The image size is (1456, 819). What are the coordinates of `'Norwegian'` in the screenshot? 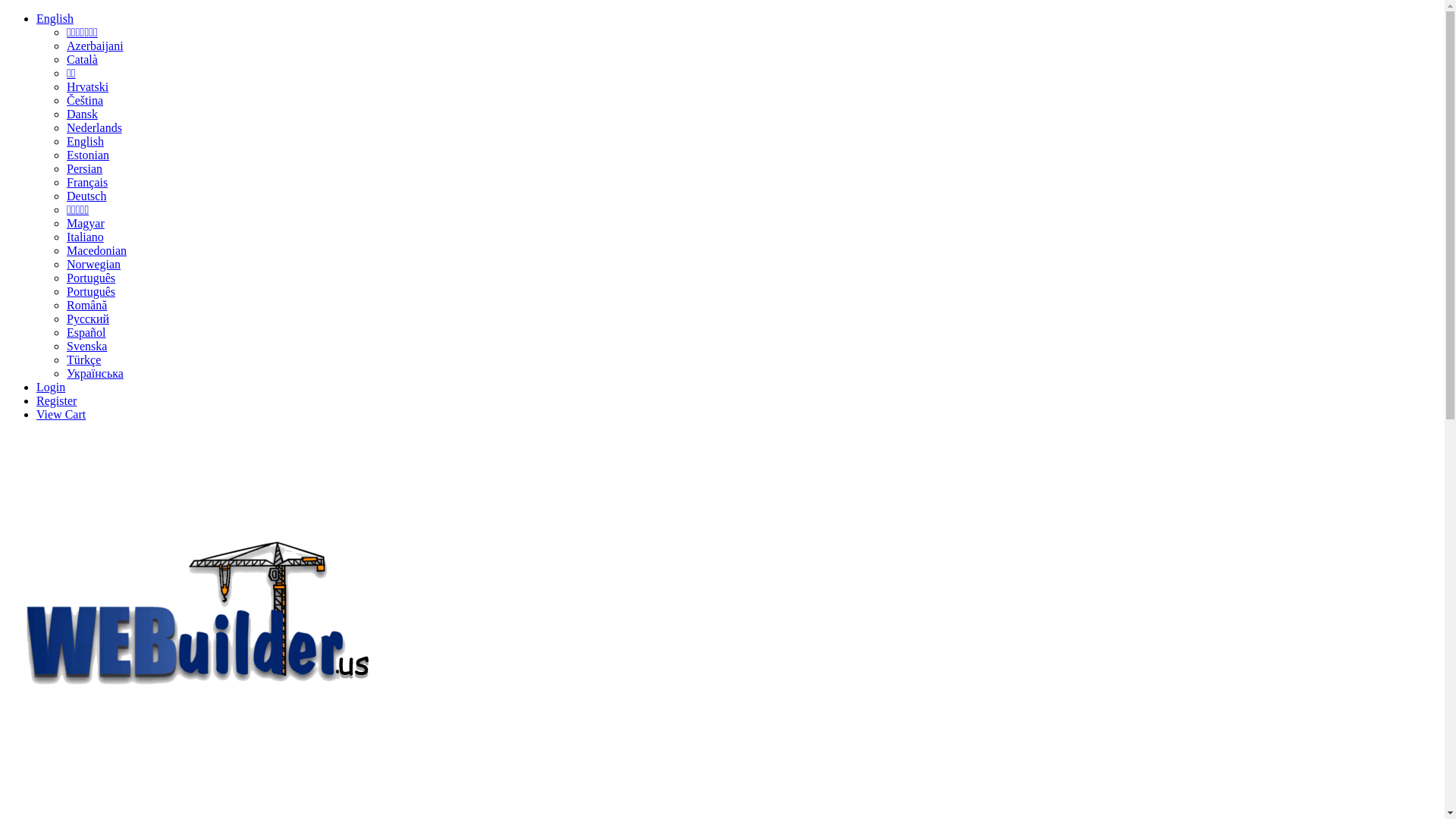 It's located at (93, 263).